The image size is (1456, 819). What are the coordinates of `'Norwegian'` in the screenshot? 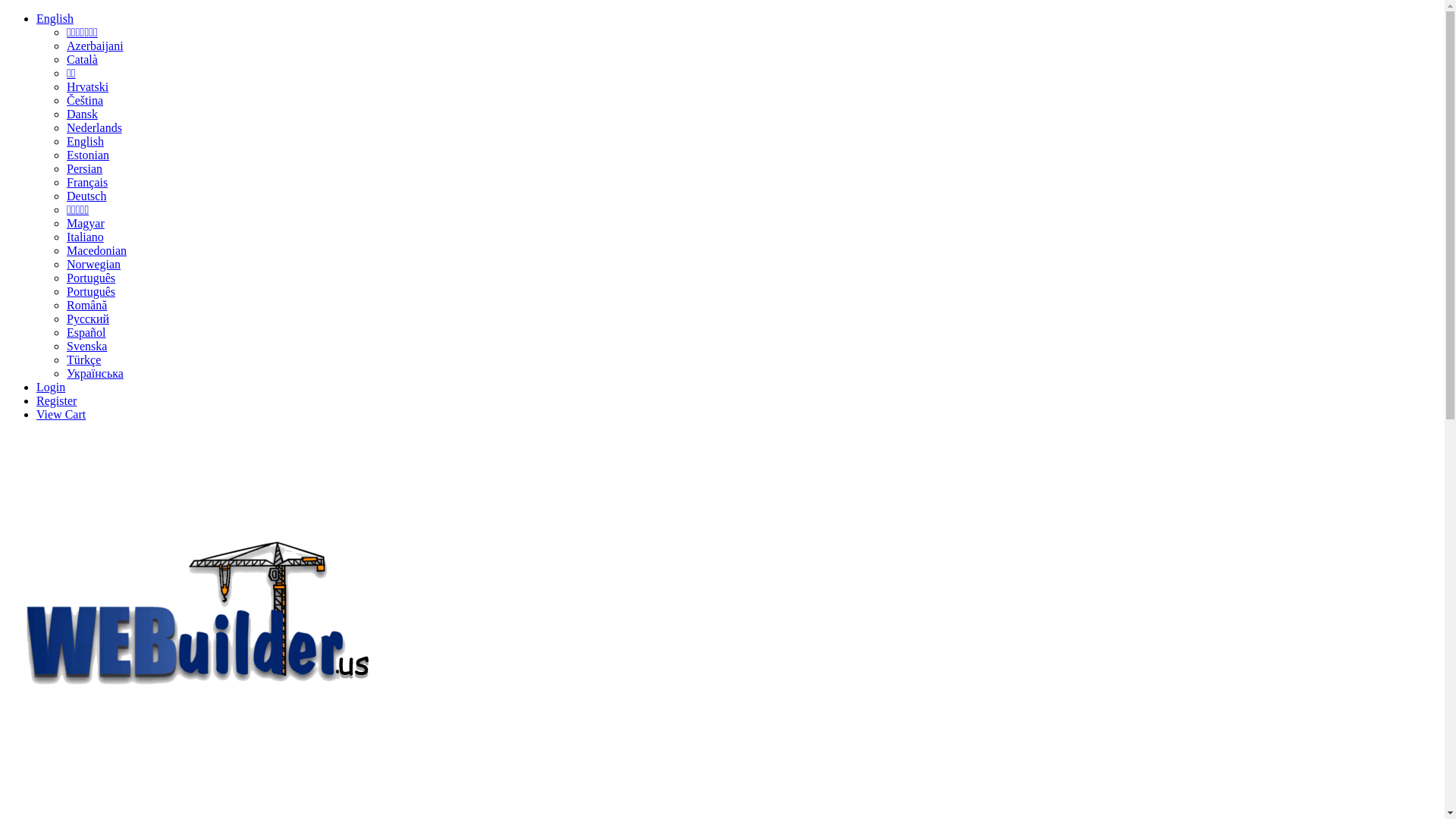 It's located at (93, 263).